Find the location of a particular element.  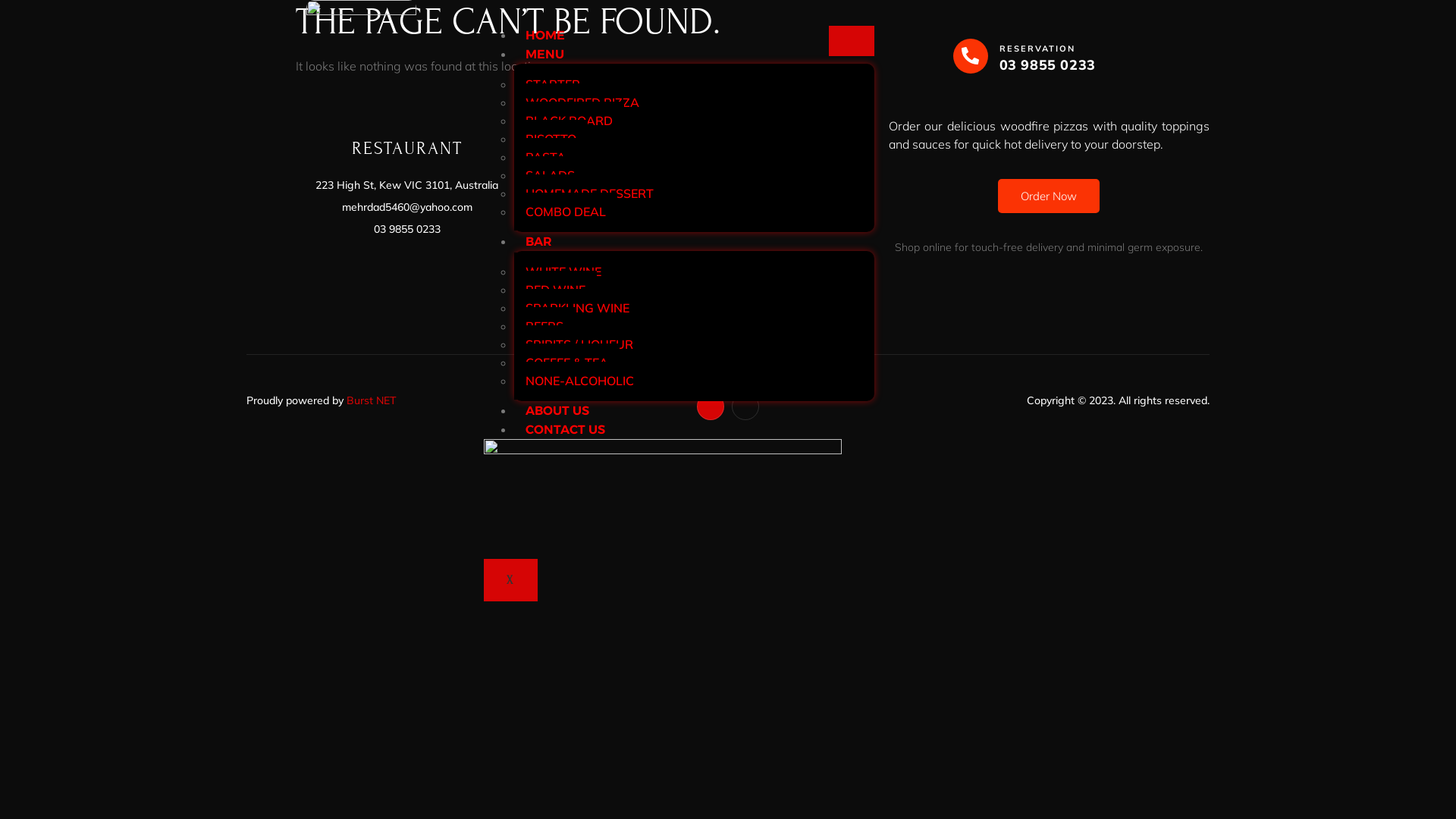

'PASTA' is located at coordinates (545, 157).